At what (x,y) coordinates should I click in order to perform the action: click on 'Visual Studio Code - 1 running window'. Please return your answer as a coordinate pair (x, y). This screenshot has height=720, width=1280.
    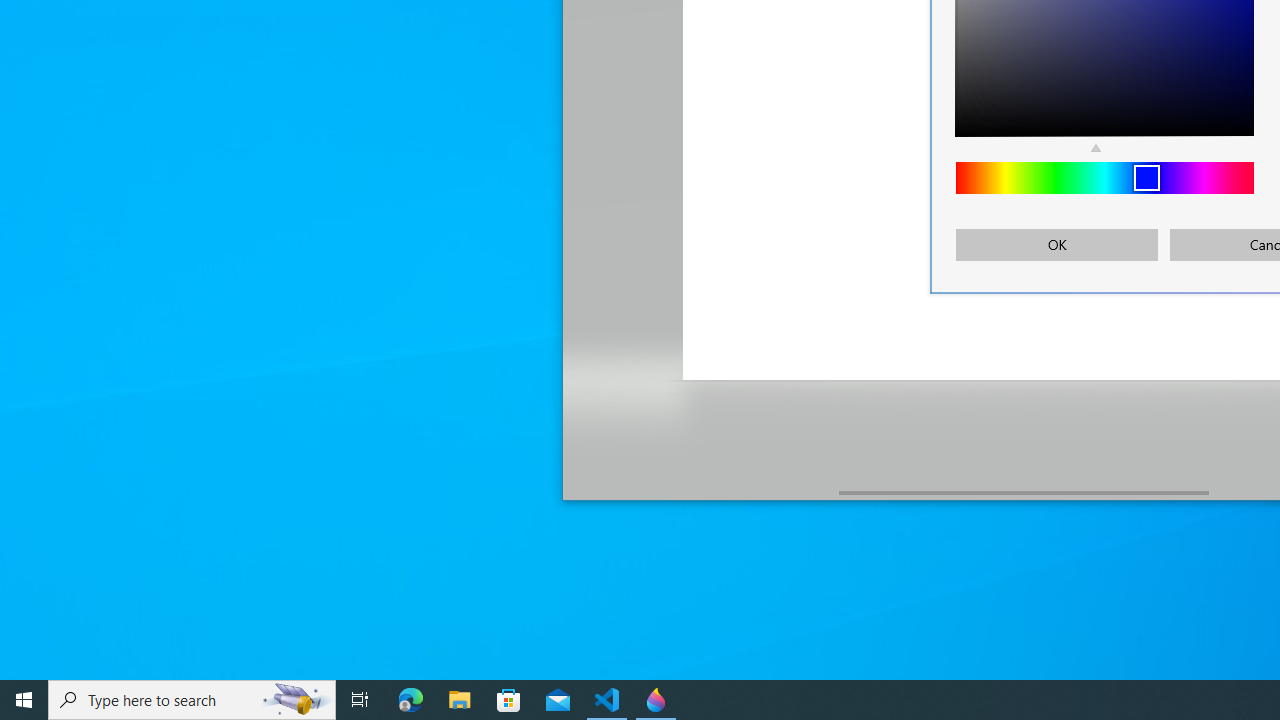
    Looking at the image, I should click on (606, 698).